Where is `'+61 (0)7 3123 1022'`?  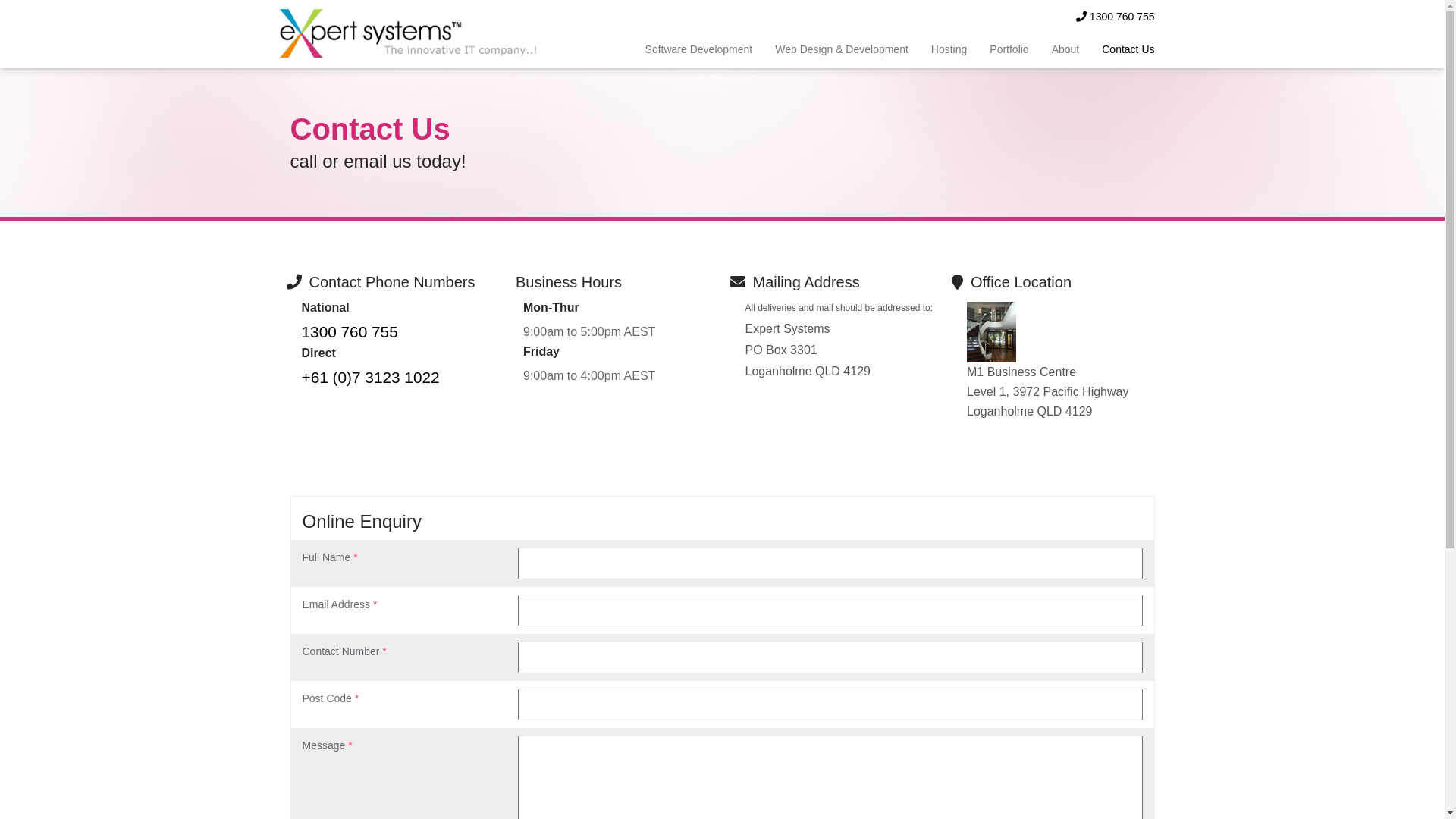 '+61 (0)7 3123 1022' is located at coordinates (371, 376).